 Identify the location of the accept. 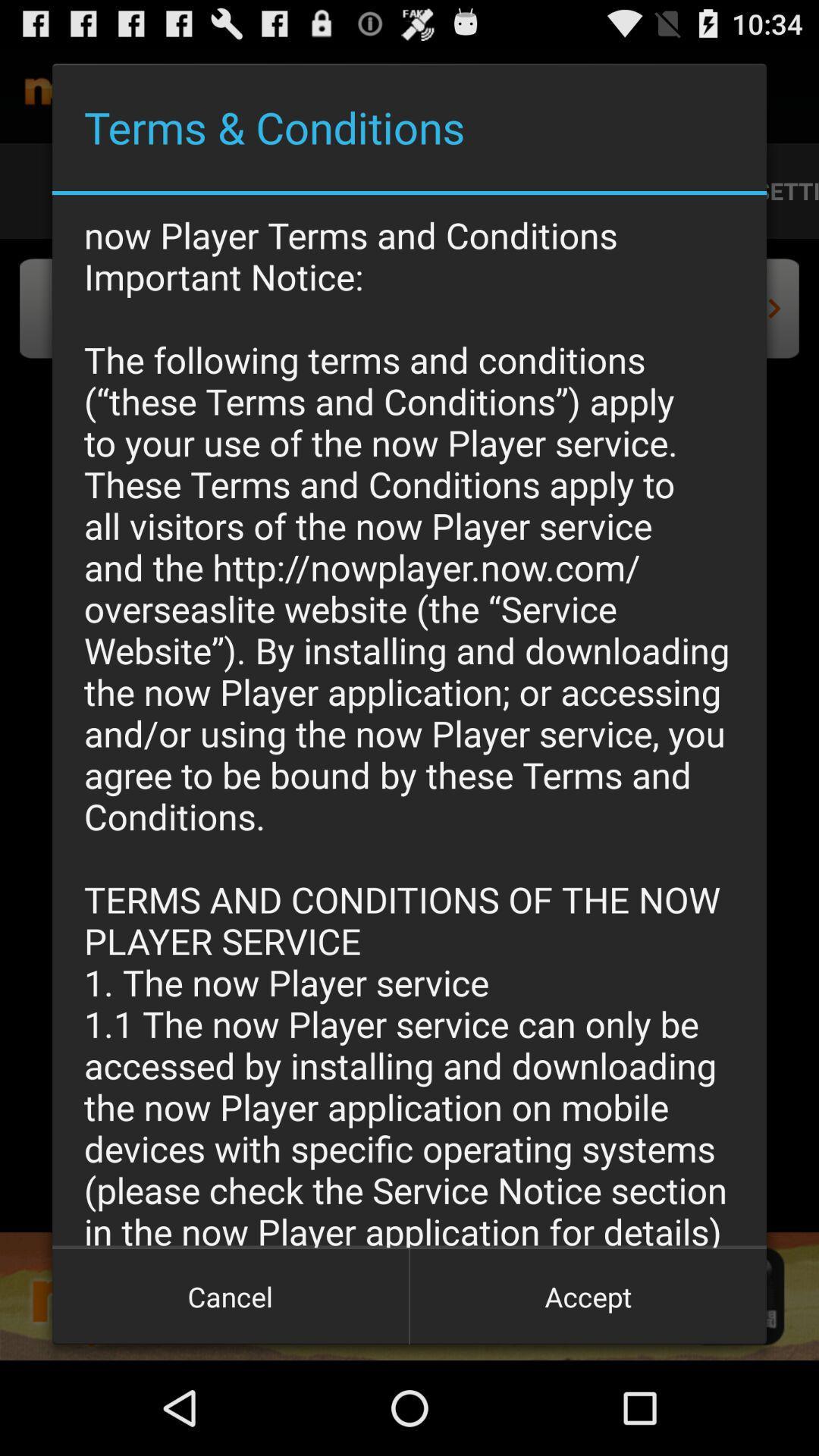
(587, 1295).